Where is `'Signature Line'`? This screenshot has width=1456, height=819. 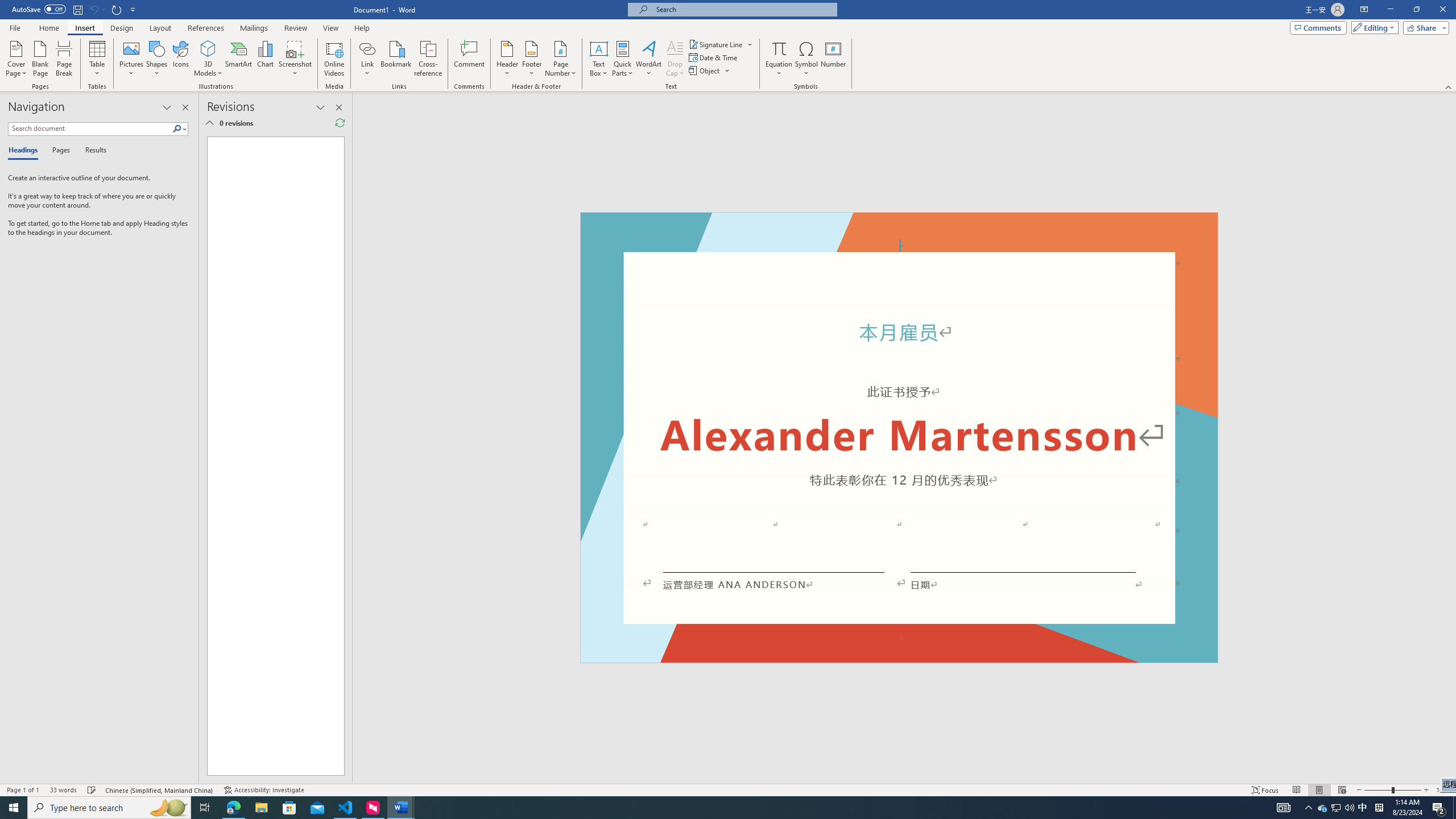
'Signature Line' is located at coordinates (721, 44).